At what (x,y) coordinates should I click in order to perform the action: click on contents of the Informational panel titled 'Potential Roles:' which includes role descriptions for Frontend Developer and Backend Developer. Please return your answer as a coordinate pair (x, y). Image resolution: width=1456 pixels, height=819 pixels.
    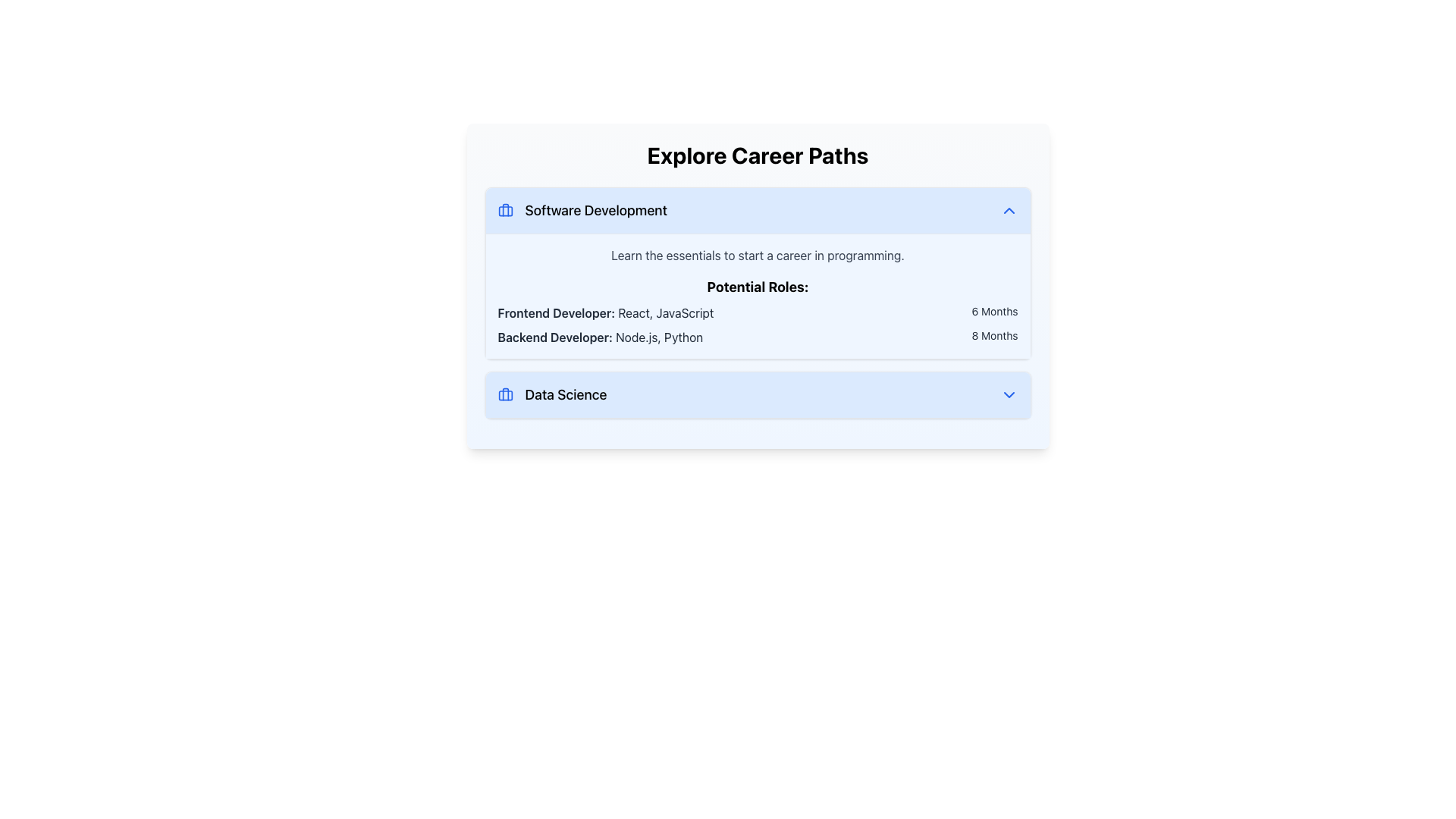
    Looking at the image, I should click on (758, 296).